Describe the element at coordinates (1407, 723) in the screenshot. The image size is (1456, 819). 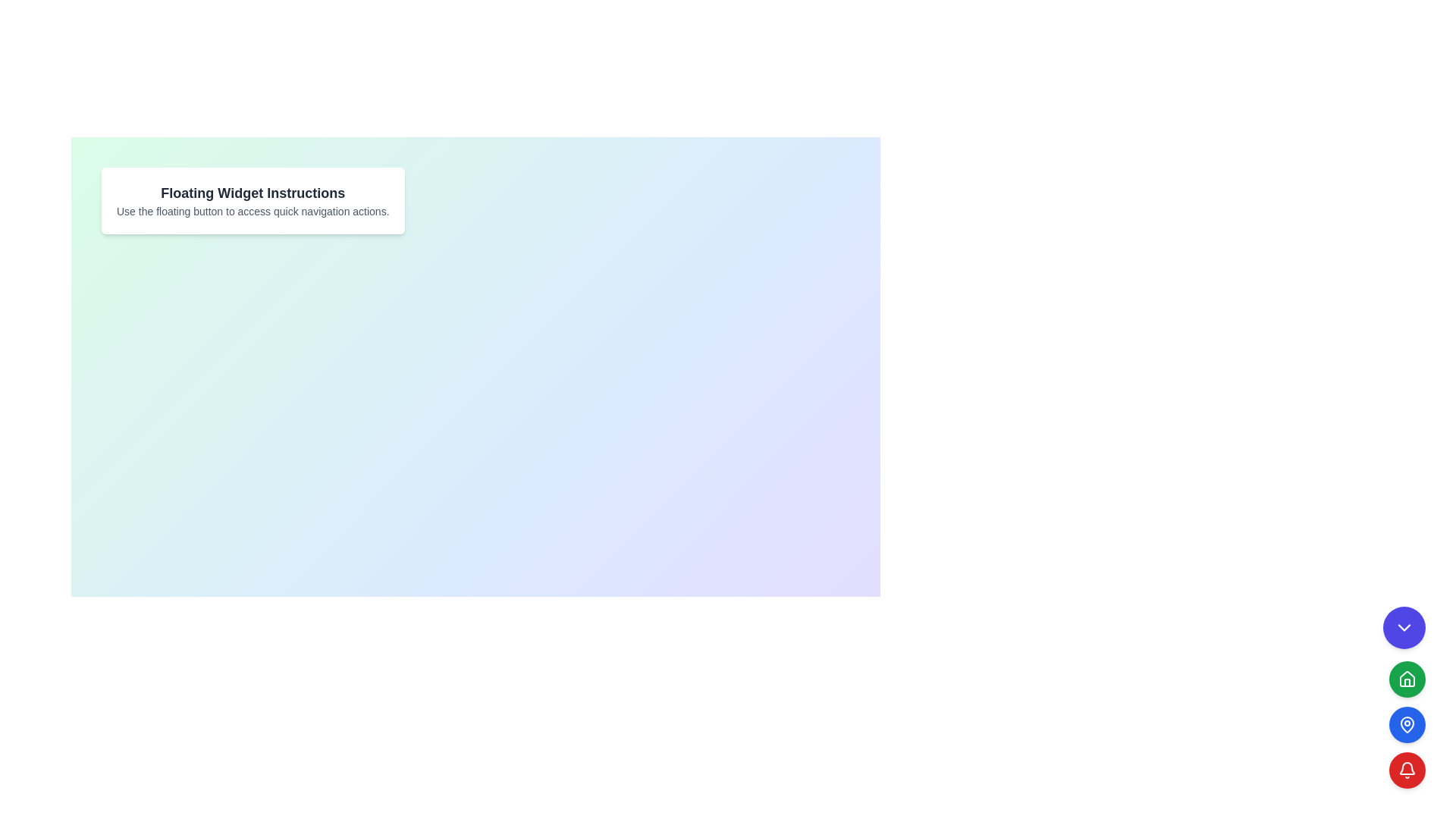
I see `the location icon located centrally within the third circular button from the top in a vertical stack of four buttons on the right side of the interface` at that location.